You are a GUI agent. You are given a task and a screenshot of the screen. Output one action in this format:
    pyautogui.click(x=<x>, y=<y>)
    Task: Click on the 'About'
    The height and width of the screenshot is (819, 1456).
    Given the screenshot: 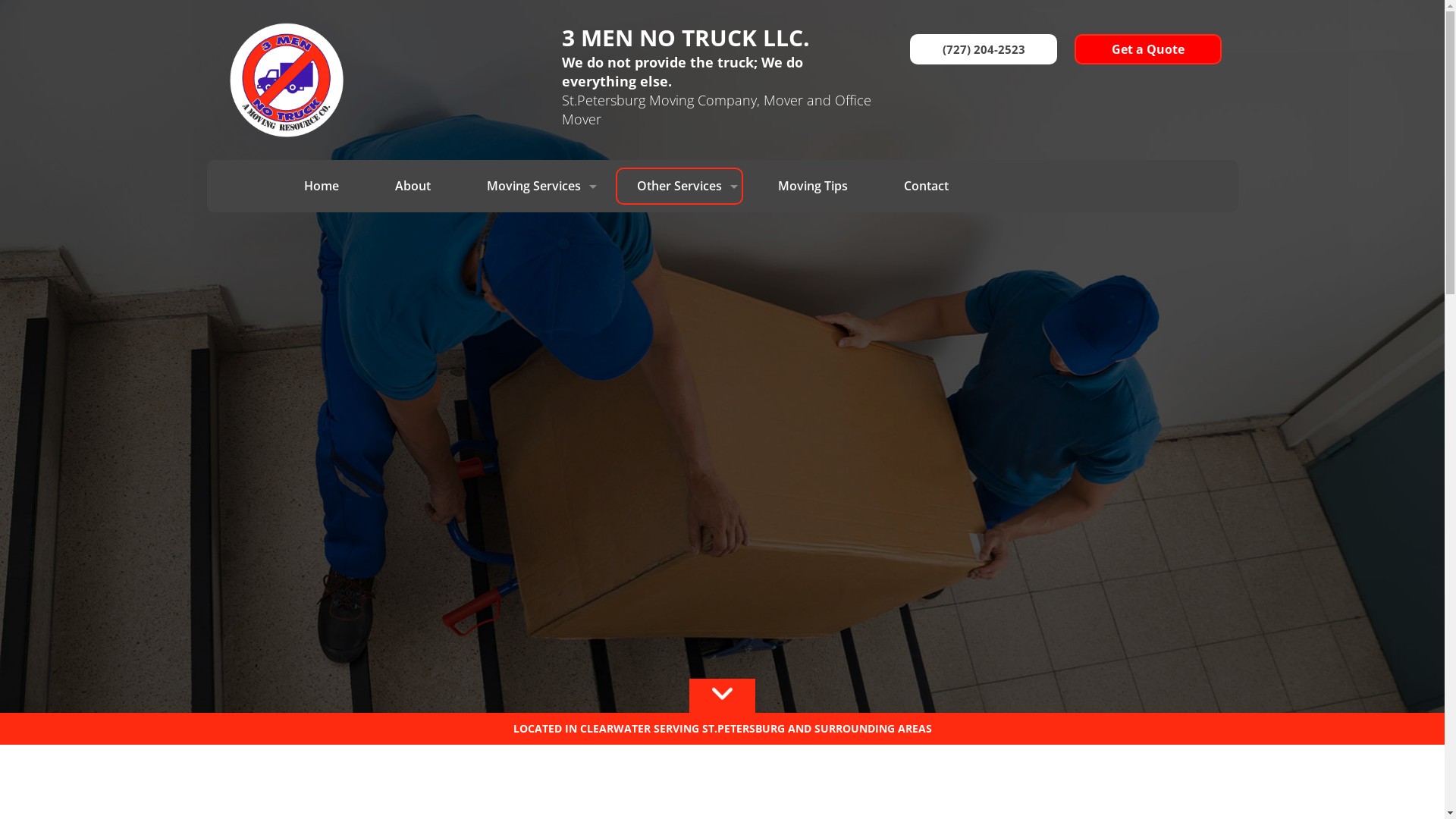 What is the action you would take?
    pyautogui.click(x=413, y=185)
    